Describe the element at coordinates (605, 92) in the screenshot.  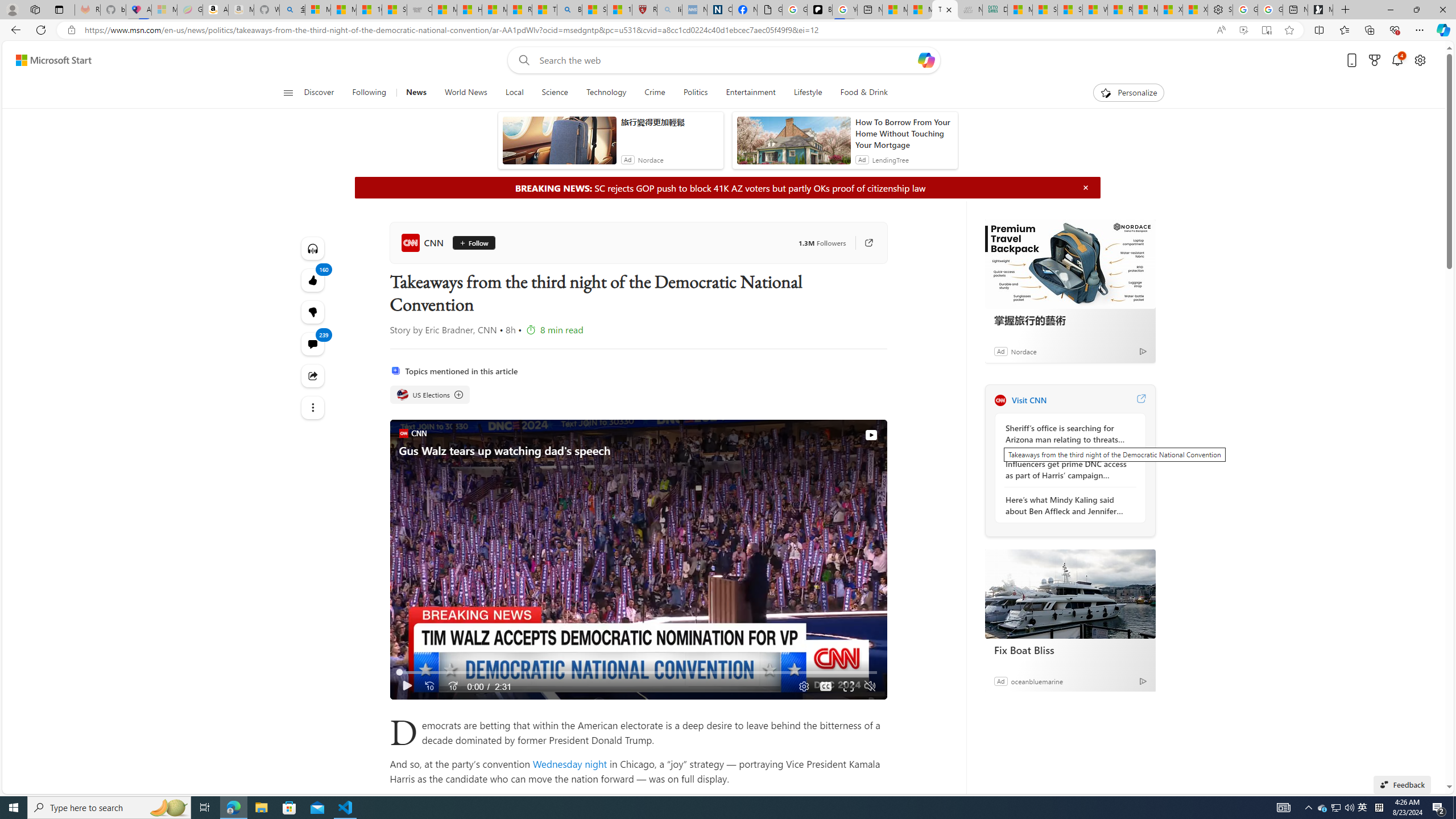
I see `'Technology'` at that location.